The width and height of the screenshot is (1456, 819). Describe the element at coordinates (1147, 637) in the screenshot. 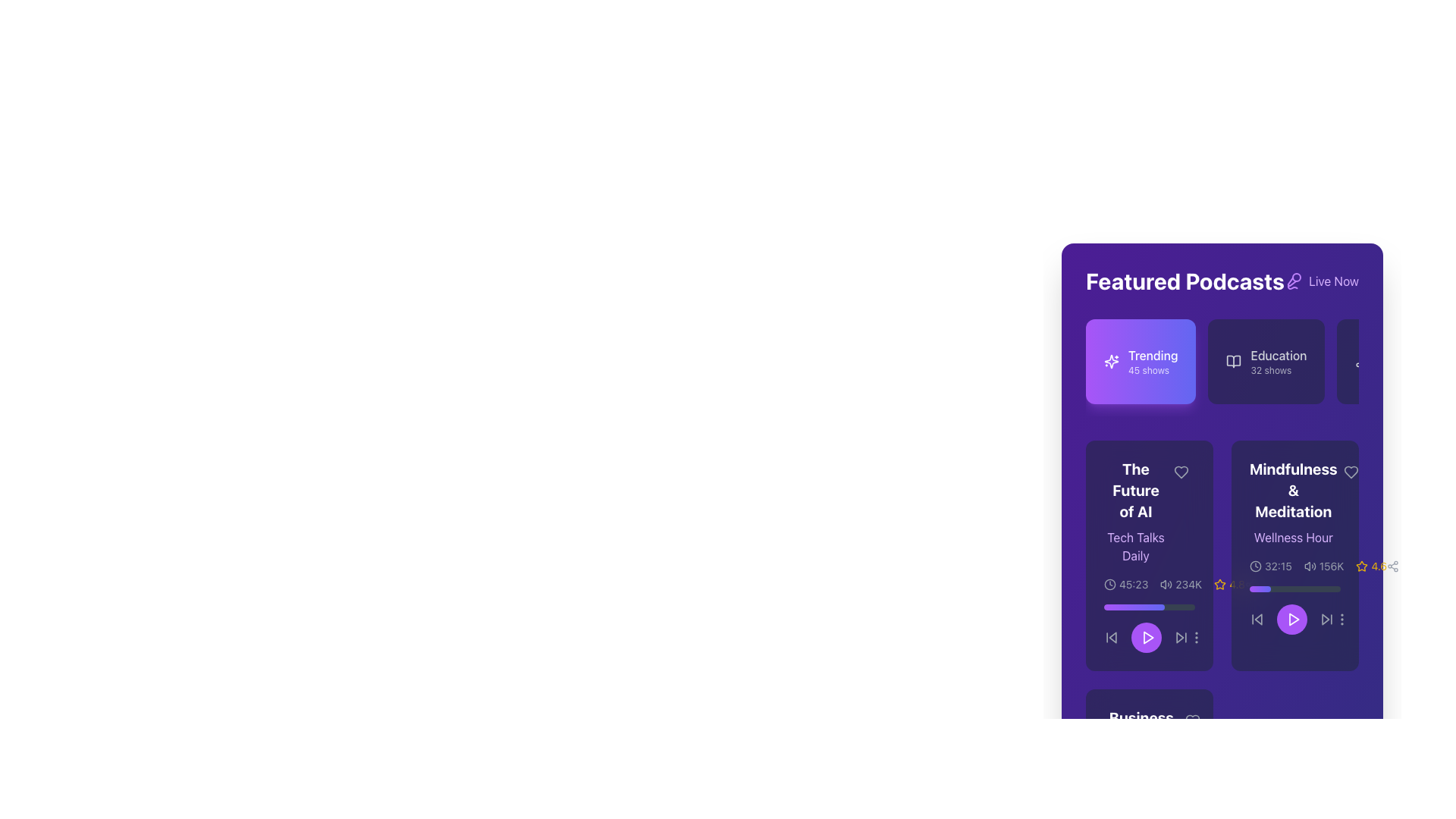

I see `the play/pause button located at the bottom of the 'The Future of AI' podcast card in the 'Featured Podcasts' section` at that location.